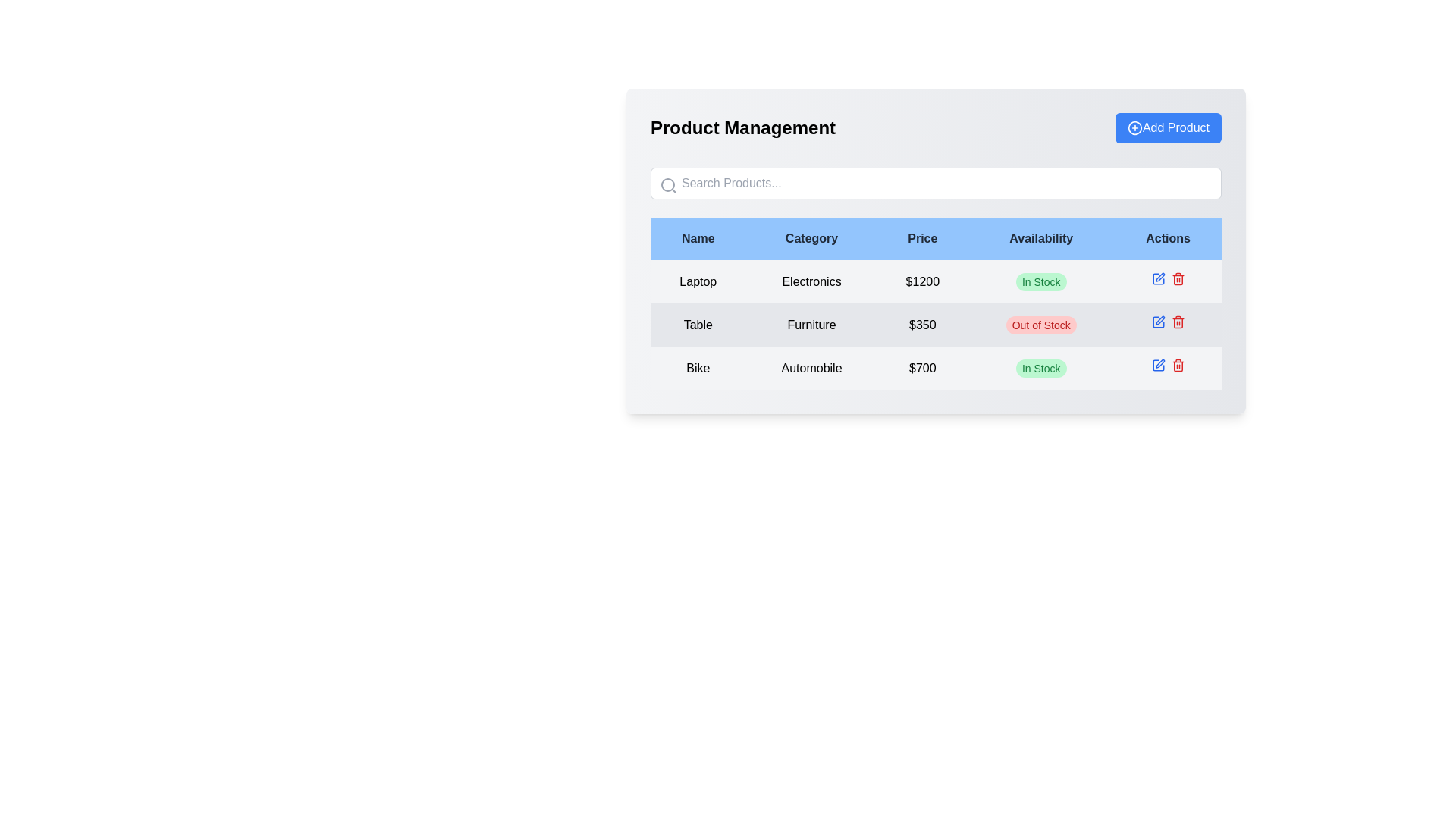 This screenshot has height=819, width=1456. What do you see at coordinates (921, 324) in the screenshot?
I see `the price label of the item 'Table' in the second row and third column of the table, which indicates the price for the furniture category` at bounding box center [921, 324].